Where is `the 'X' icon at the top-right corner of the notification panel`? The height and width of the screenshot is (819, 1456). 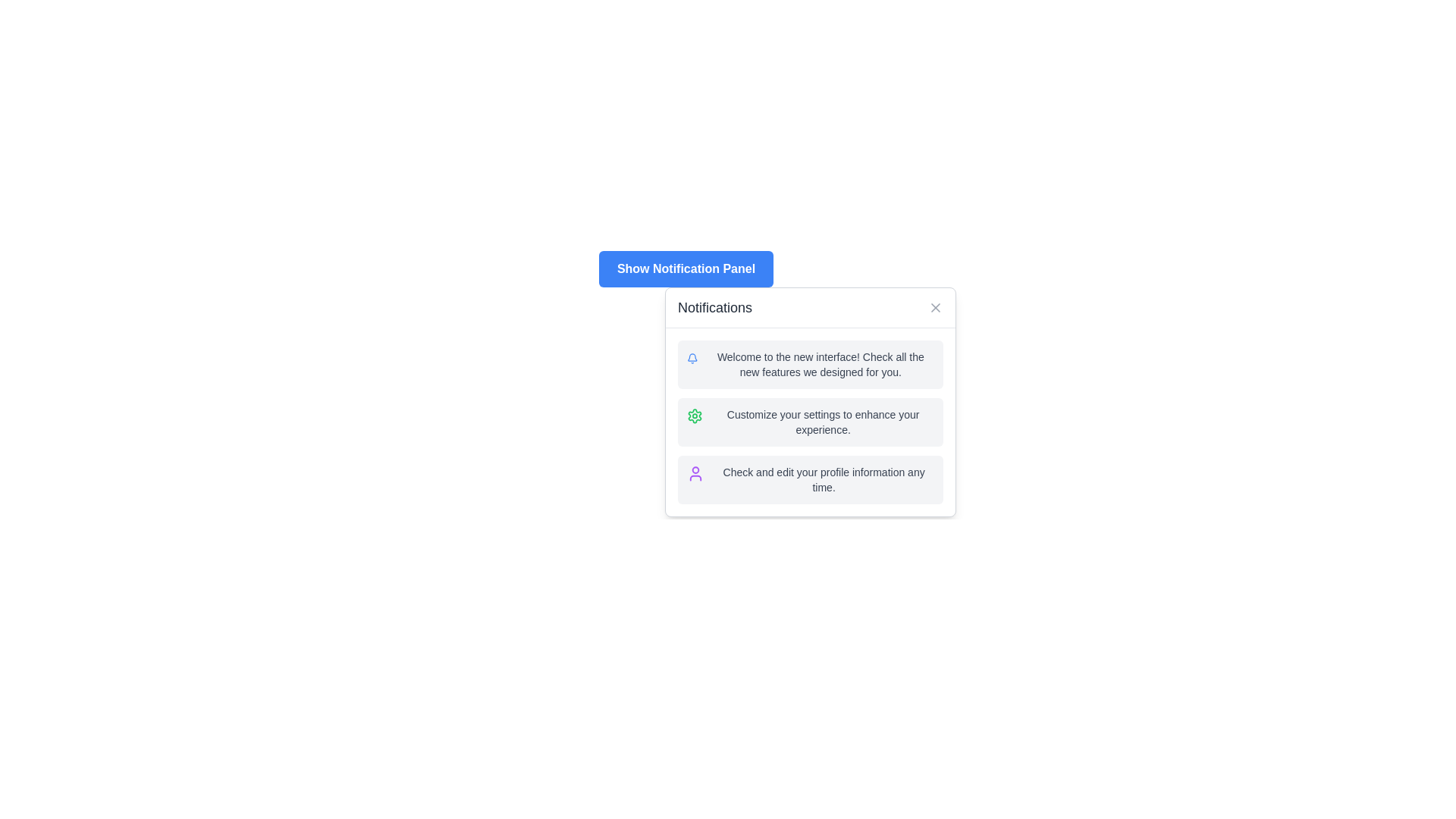
the 'X' icon at the top-right corner of the notification panel is located at coordinates (934, 307).